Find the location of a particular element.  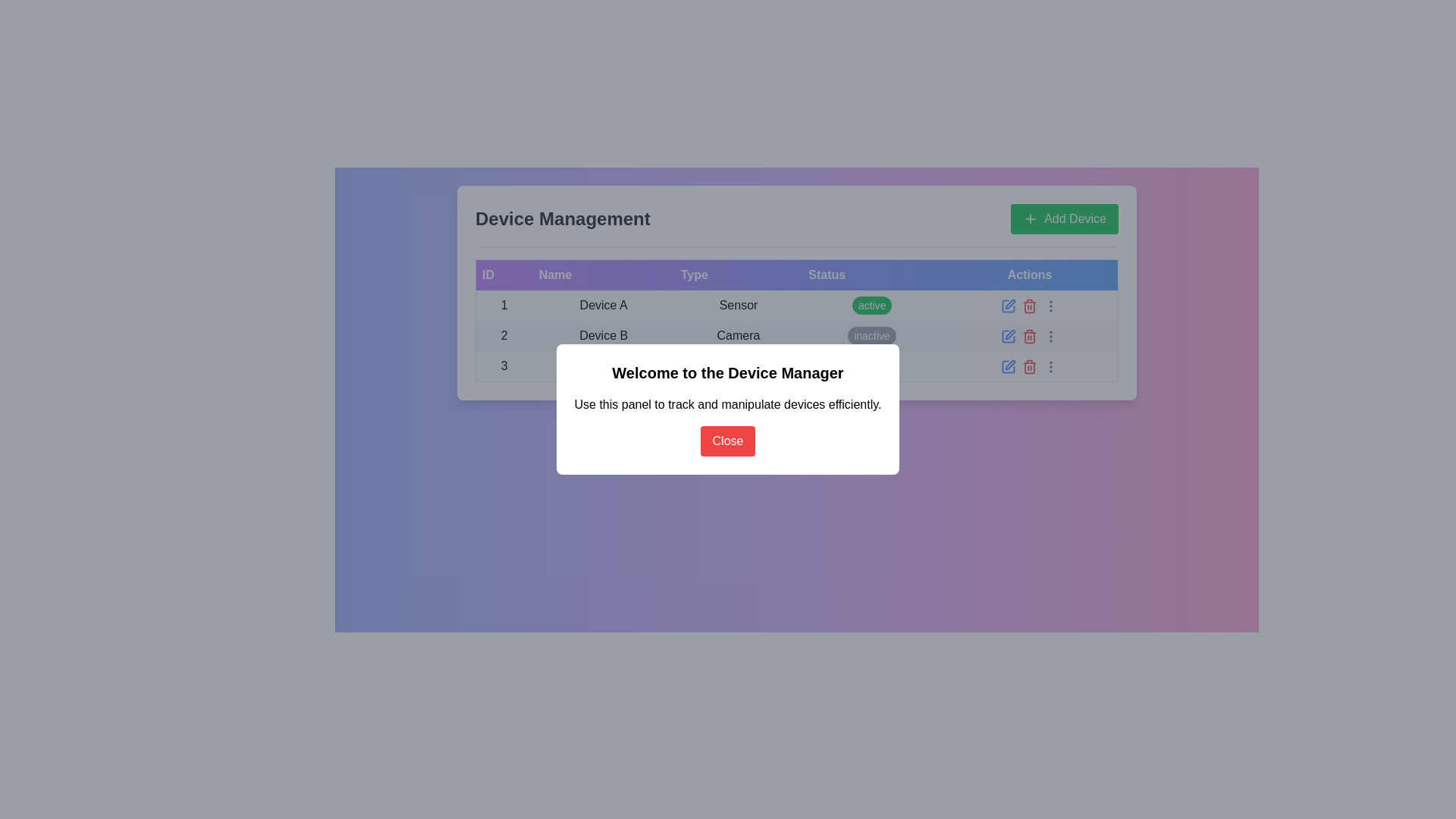

the pen icon in the 'Actions' column for 'Device B' is located at coordinates (1010, 365).